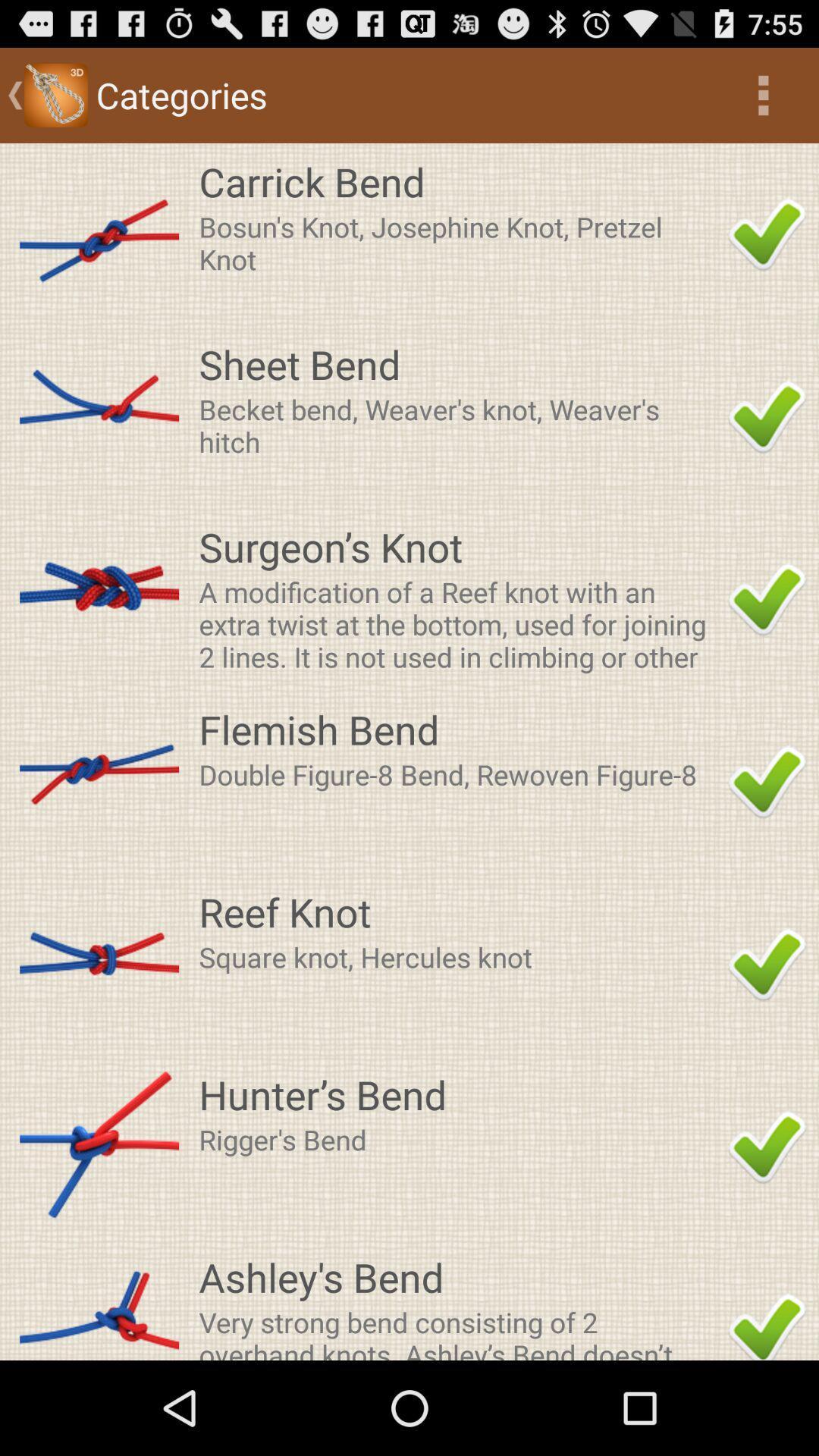 The image size is (819, 1456). Describe the element at coordinates (763, 94) in the screenshot. I see `icon to the right of the categories item` at that location.